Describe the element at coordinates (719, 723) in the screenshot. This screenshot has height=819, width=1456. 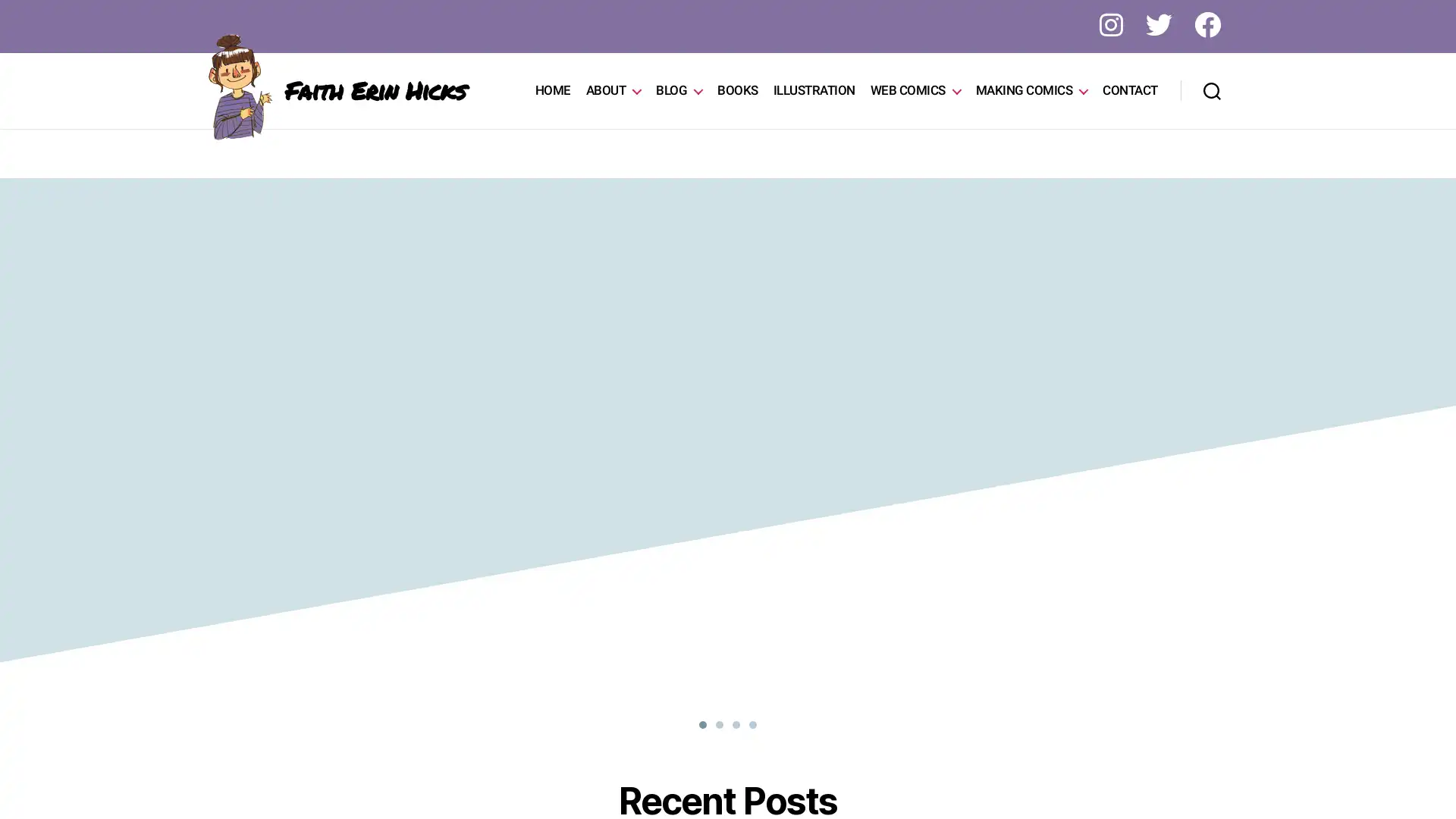
I see `Slide 2` at that location.